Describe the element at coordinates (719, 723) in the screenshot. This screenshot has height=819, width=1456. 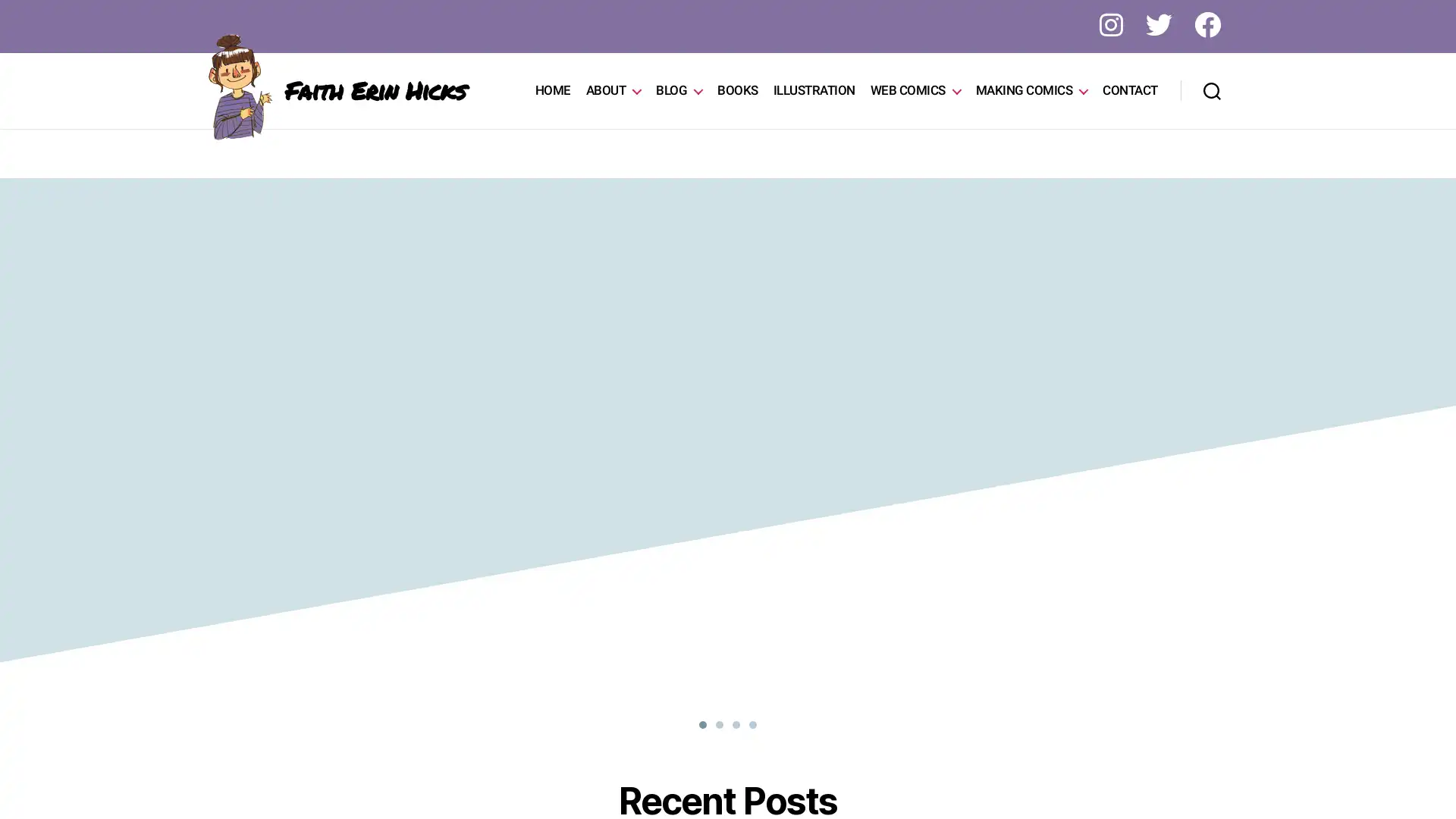
I see `Slide 2` at that location.